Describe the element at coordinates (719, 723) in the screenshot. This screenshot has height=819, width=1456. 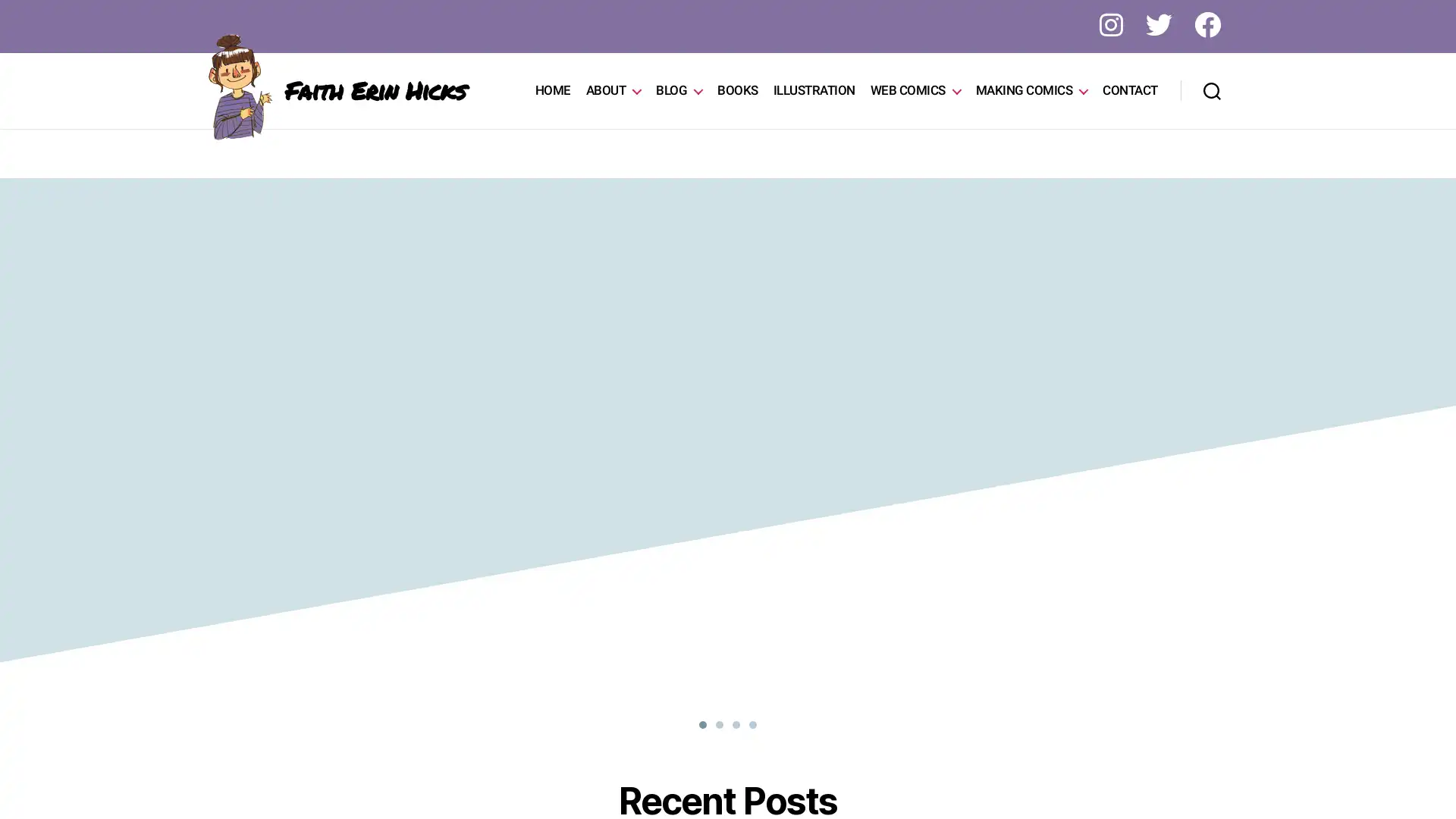
I see `Slide 2` at that location.